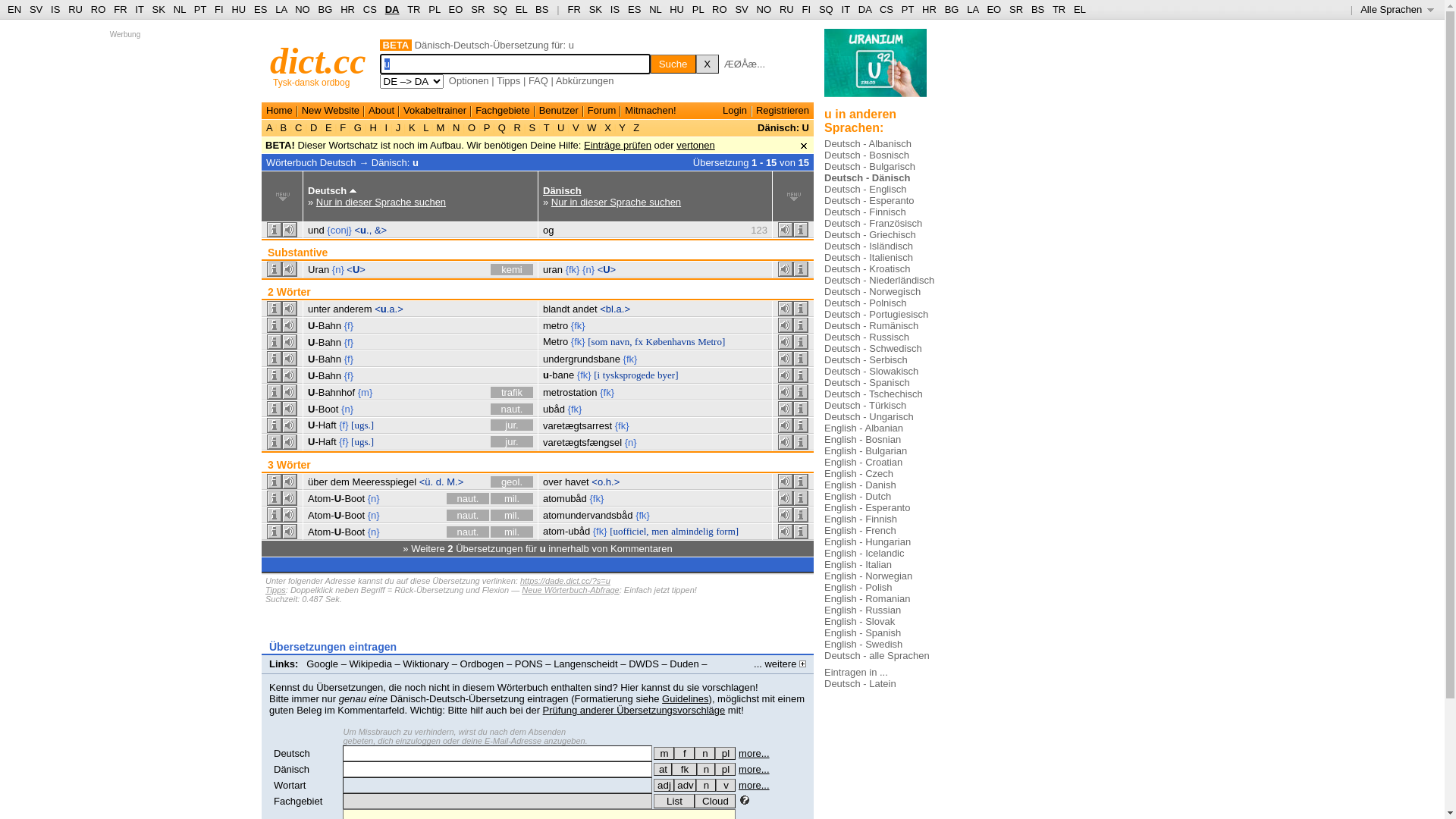  Describe the element at coordinates (373, 127) in the screenshot. I see `'H'` at that location.